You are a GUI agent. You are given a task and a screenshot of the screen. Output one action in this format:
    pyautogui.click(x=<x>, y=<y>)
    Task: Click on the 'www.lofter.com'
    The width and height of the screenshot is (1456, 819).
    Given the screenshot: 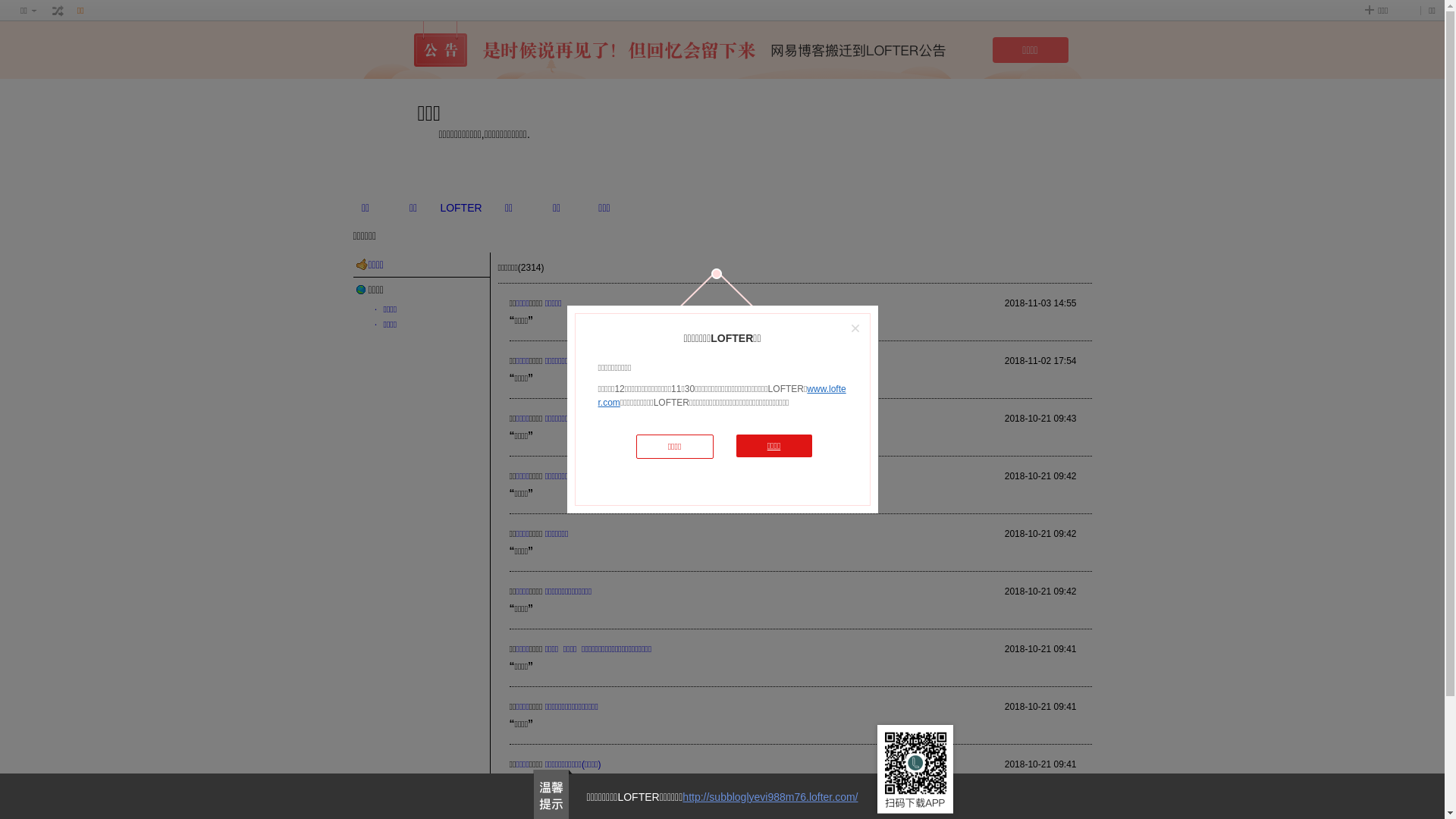 What is the action you would take?
    pyautogui.click(x=720, y=394)
    